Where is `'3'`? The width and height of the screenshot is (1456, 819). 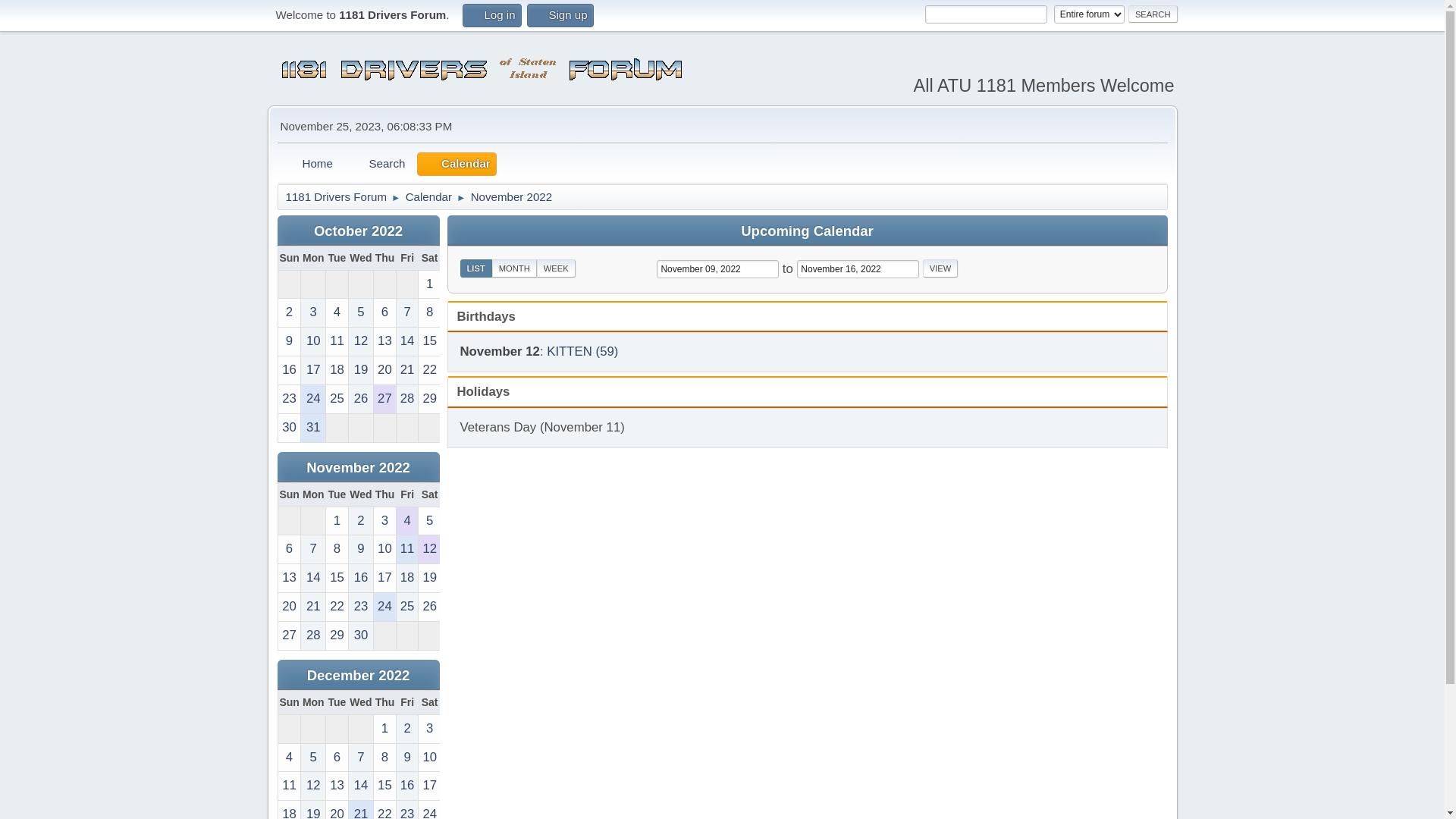 '3' is located at coordinates (384, 520).